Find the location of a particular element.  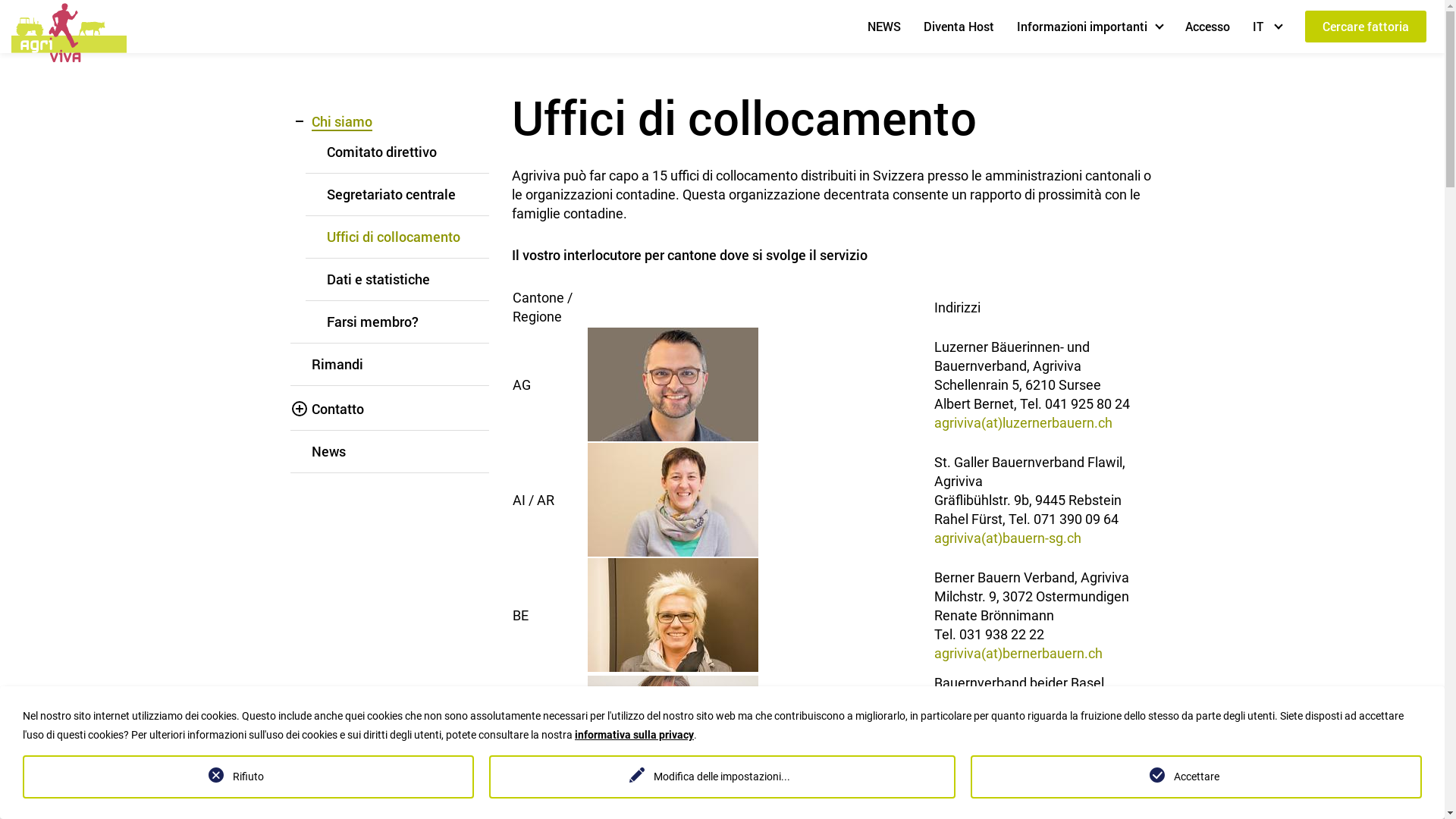

'Rimandi' is located at coordinates (336, 363).